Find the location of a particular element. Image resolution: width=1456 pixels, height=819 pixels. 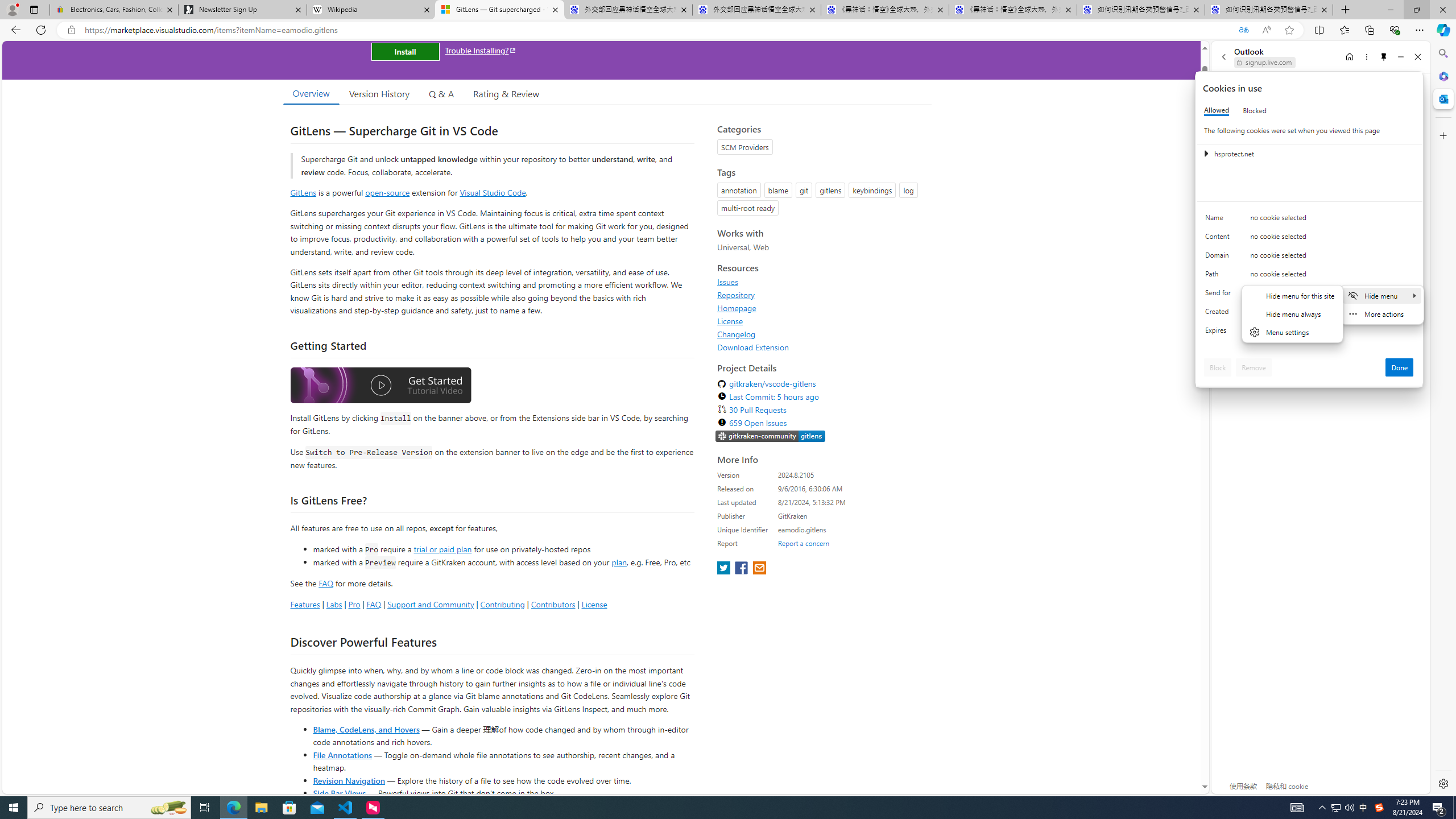

'Menu settings' is located at coordinates (1292, 331).